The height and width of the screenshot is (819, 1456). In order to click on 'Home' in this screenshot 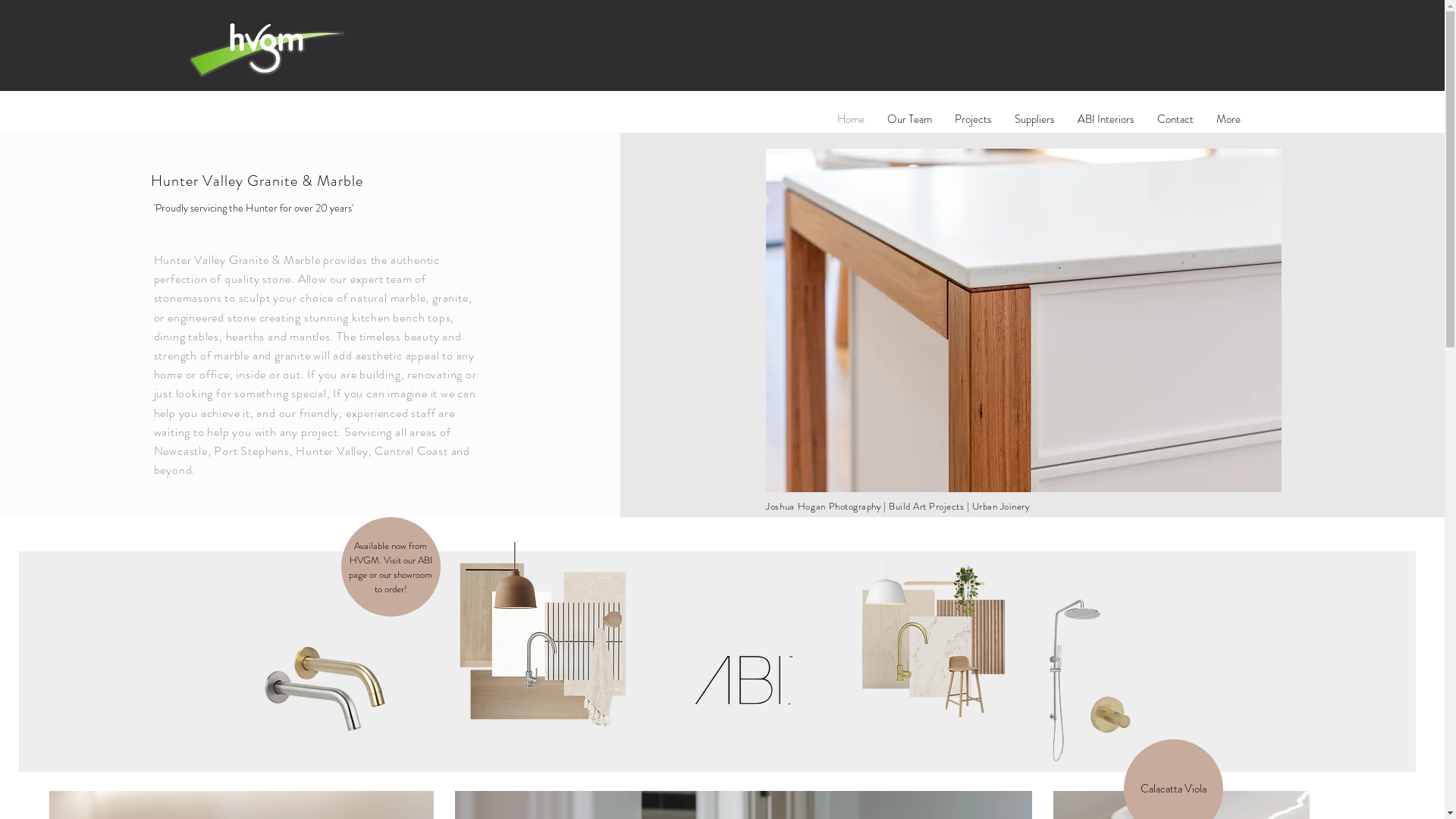, I will do `click(850, 118)`.